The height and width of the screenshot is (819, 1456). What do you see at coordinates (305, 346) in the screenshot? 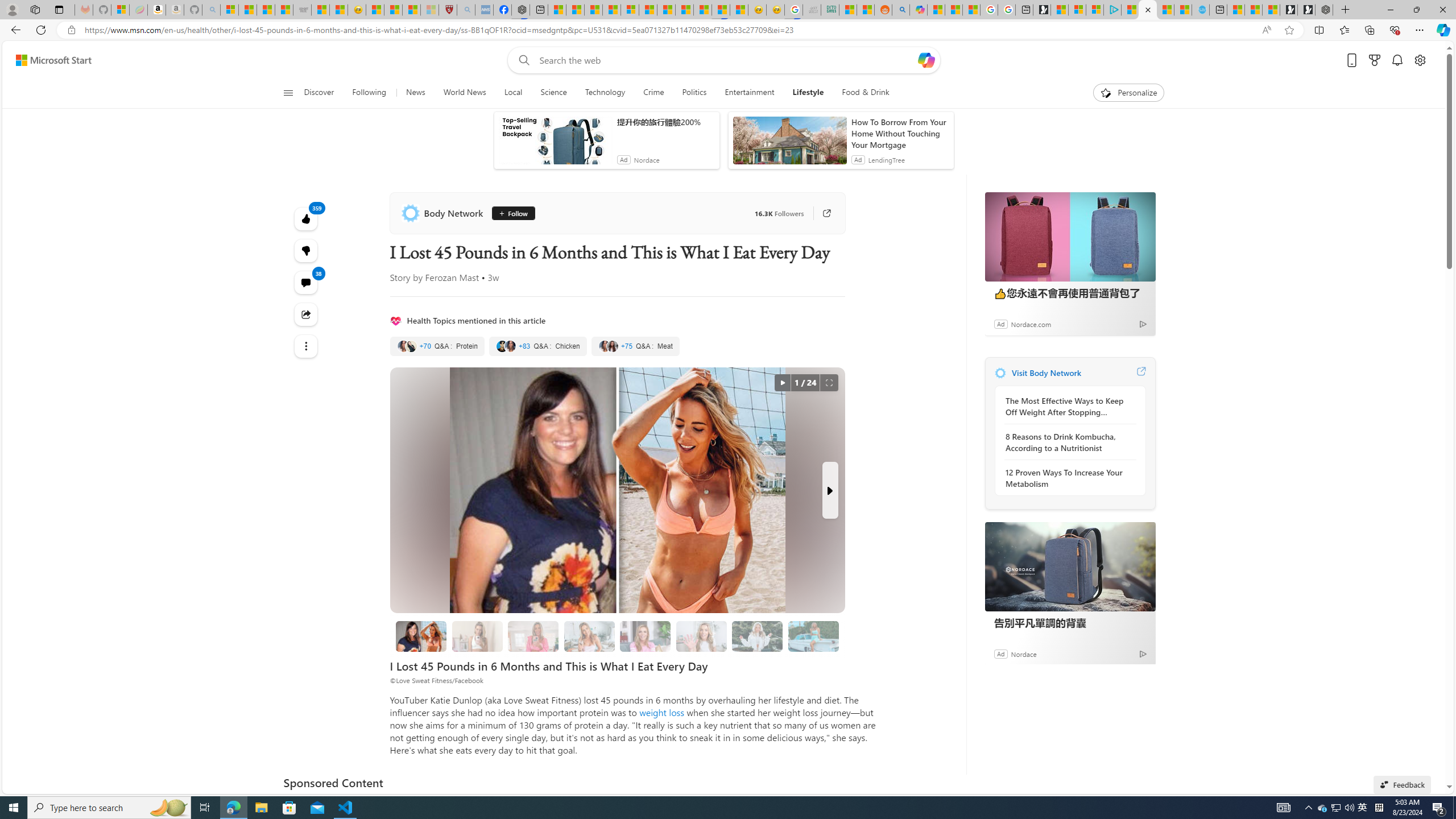
I see `'Class: at-item'` at bounding box center [305, 346].